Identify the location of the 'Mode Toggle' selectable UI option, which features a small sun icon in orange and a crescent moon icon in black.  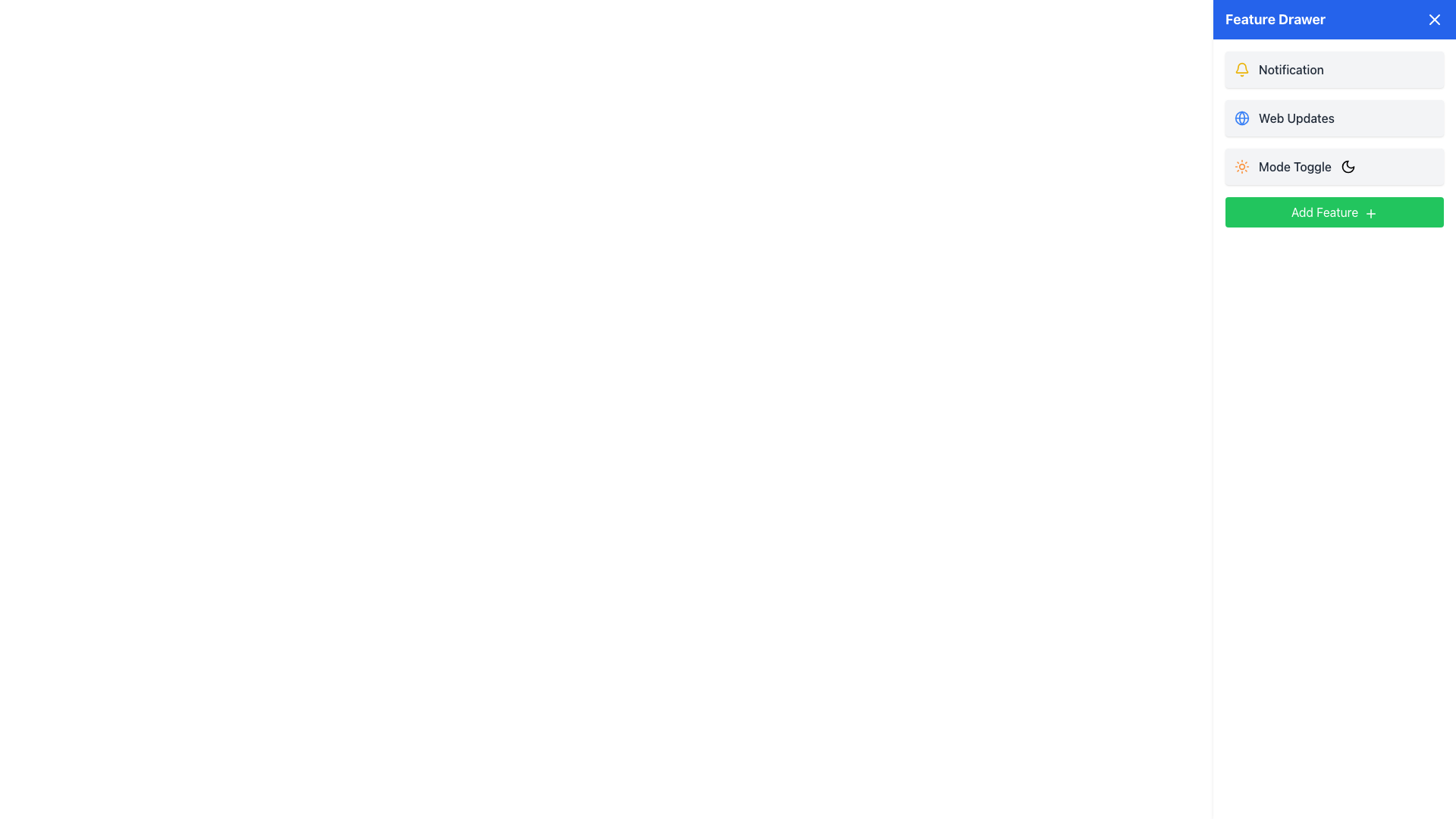
(1335, 166).